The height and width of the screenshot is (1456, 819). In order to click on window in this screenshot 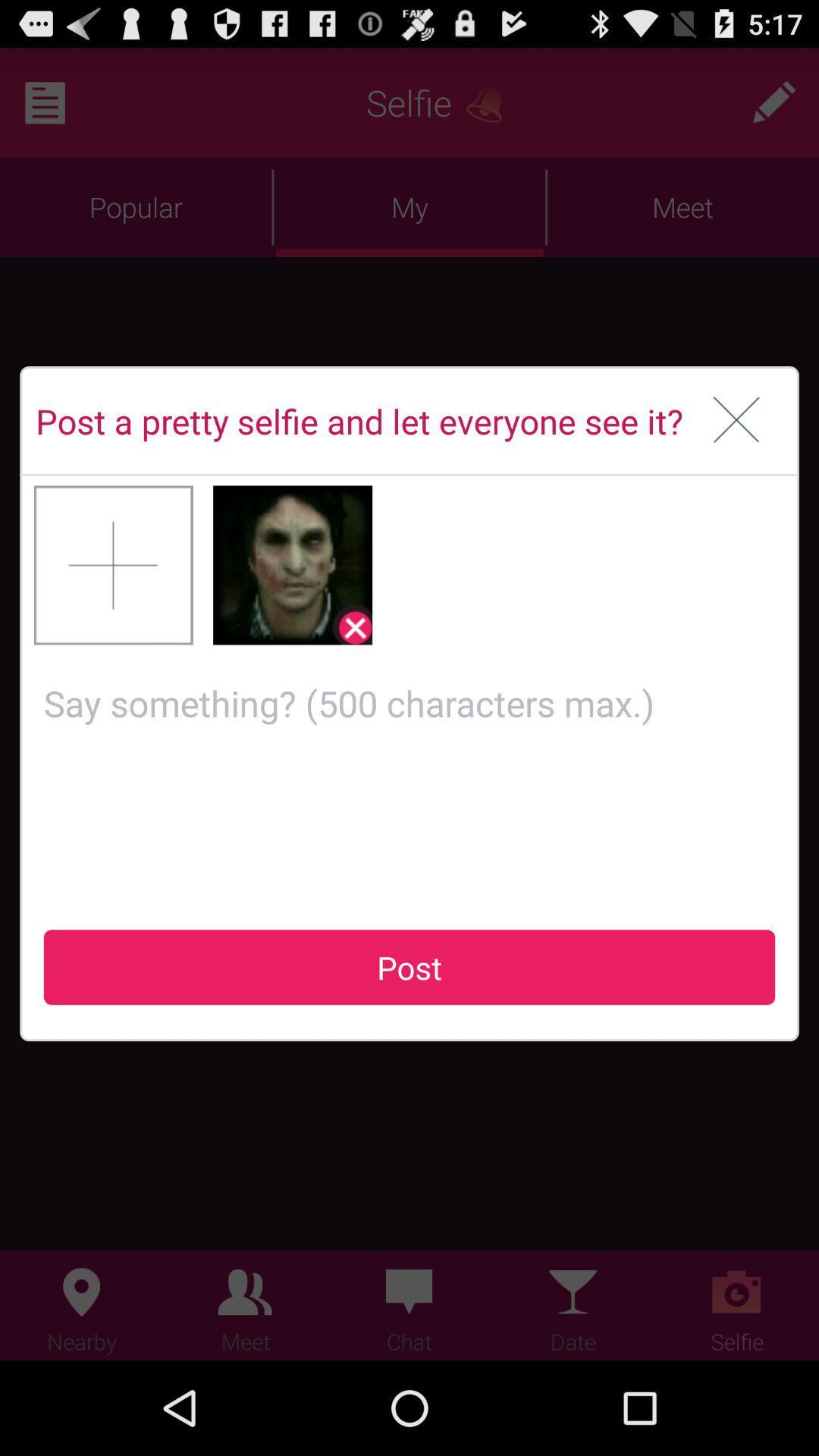, I will do `click(736, 421)`.